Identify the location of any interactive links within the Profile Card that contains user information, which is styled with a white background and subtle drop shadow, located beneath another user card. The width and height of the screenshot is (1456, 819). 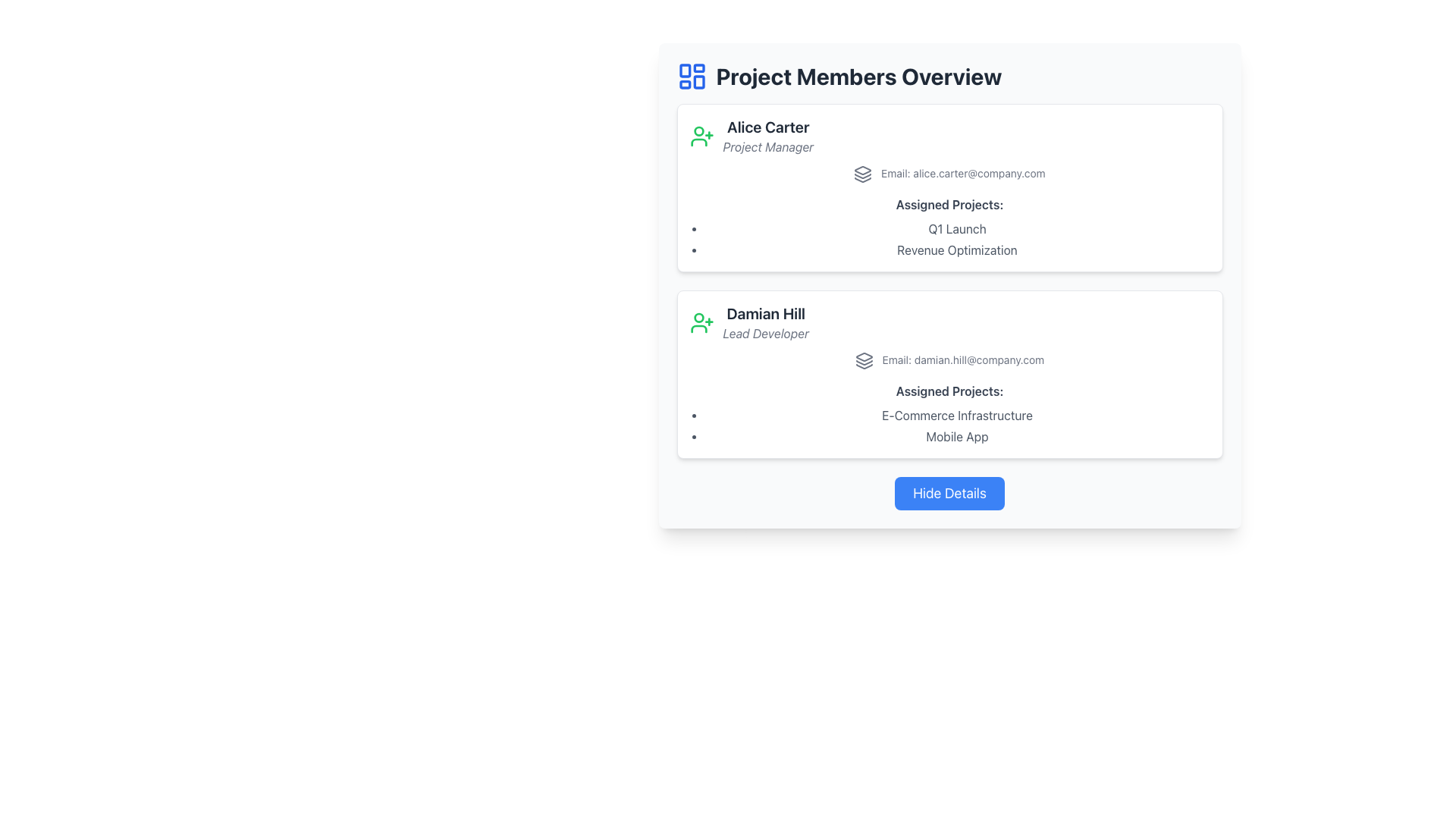
(949, 374).